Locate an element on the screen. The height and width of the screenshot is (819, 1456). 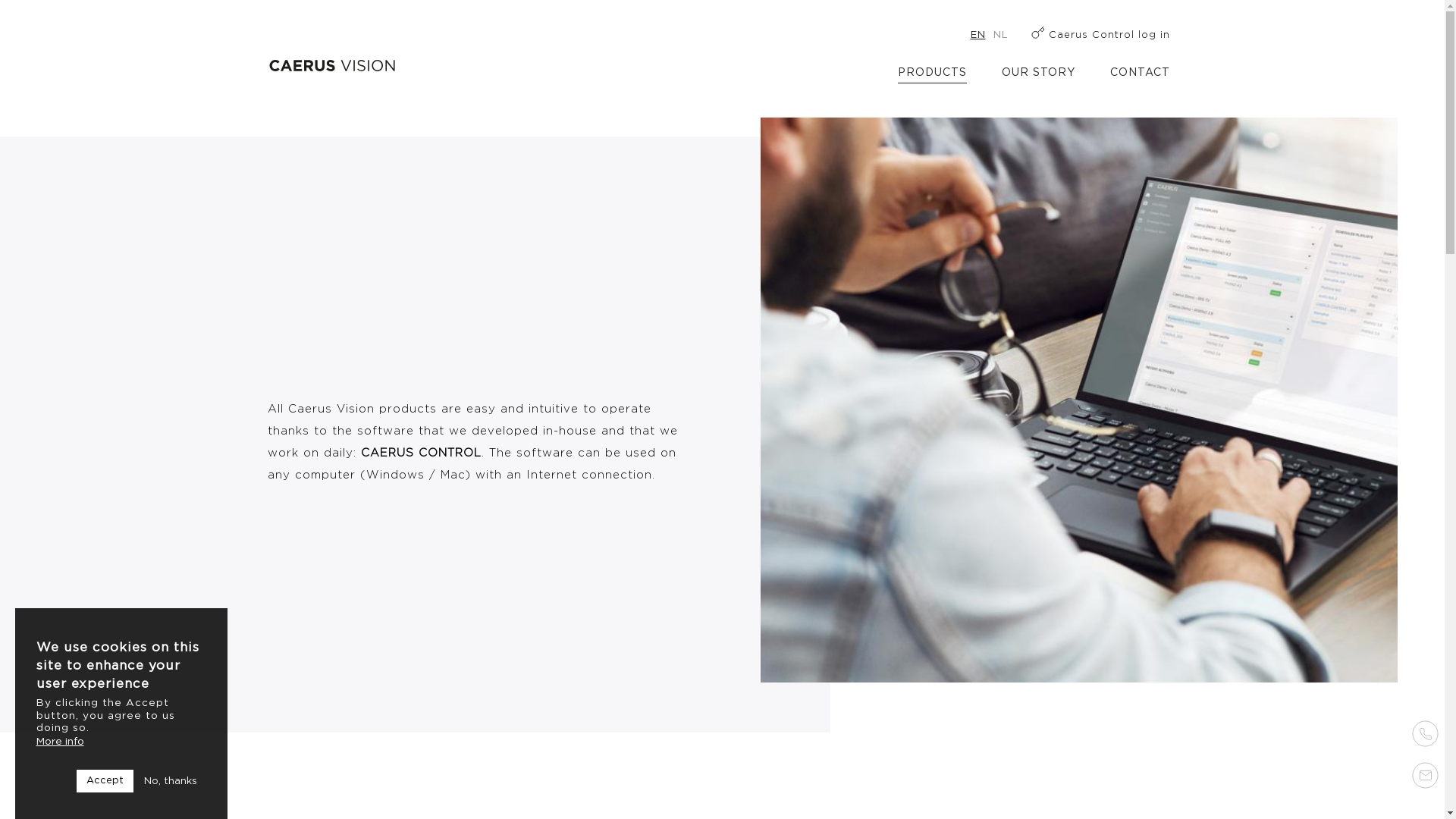
' ' is located at coordinates (1414, 768).